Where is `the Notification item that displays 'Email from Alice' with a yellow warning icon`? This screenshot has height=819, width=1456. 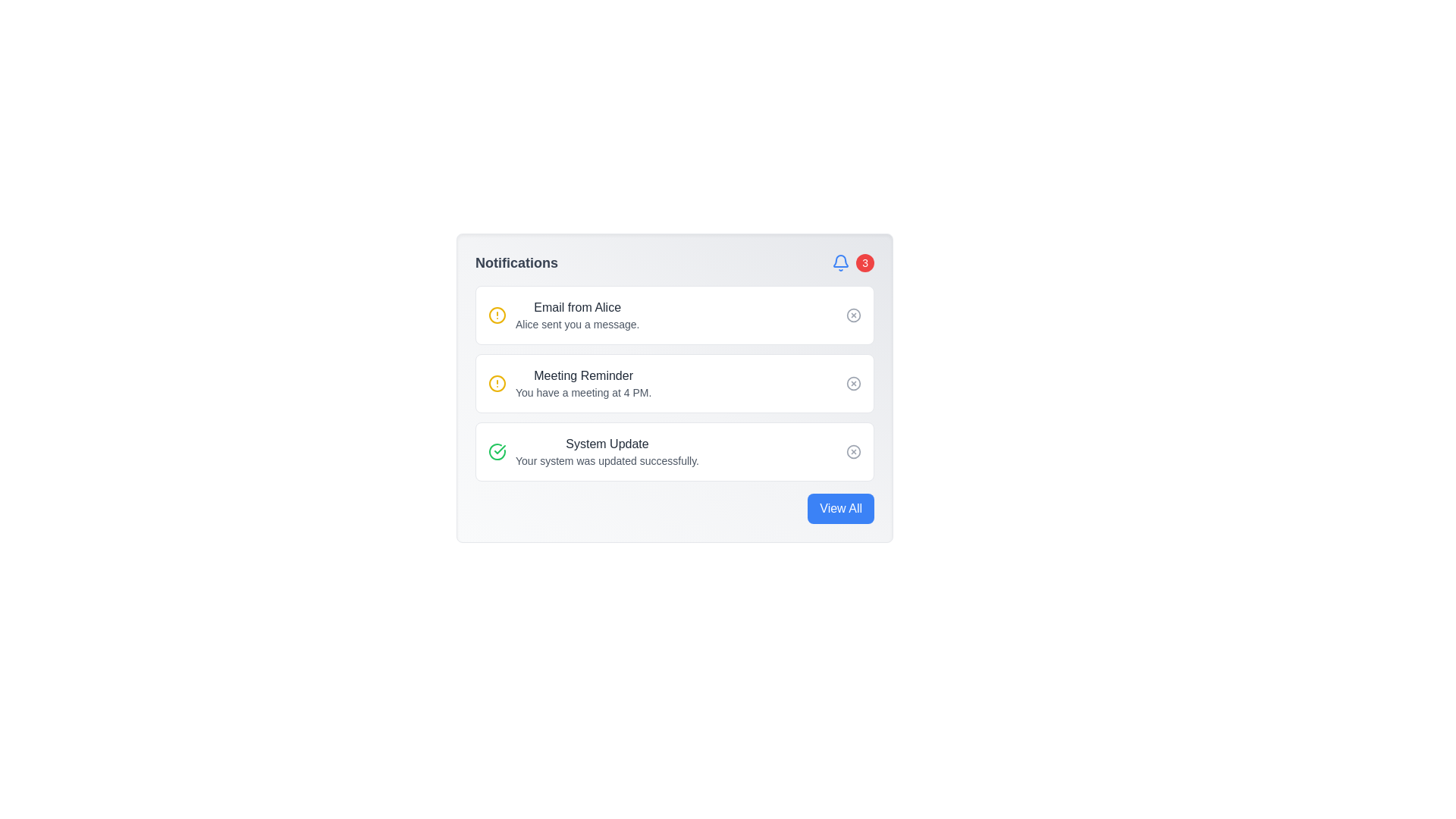
the Notification item that displays 'Email from Alice' with a yellow warning icon is located at coordinates (563, 315).